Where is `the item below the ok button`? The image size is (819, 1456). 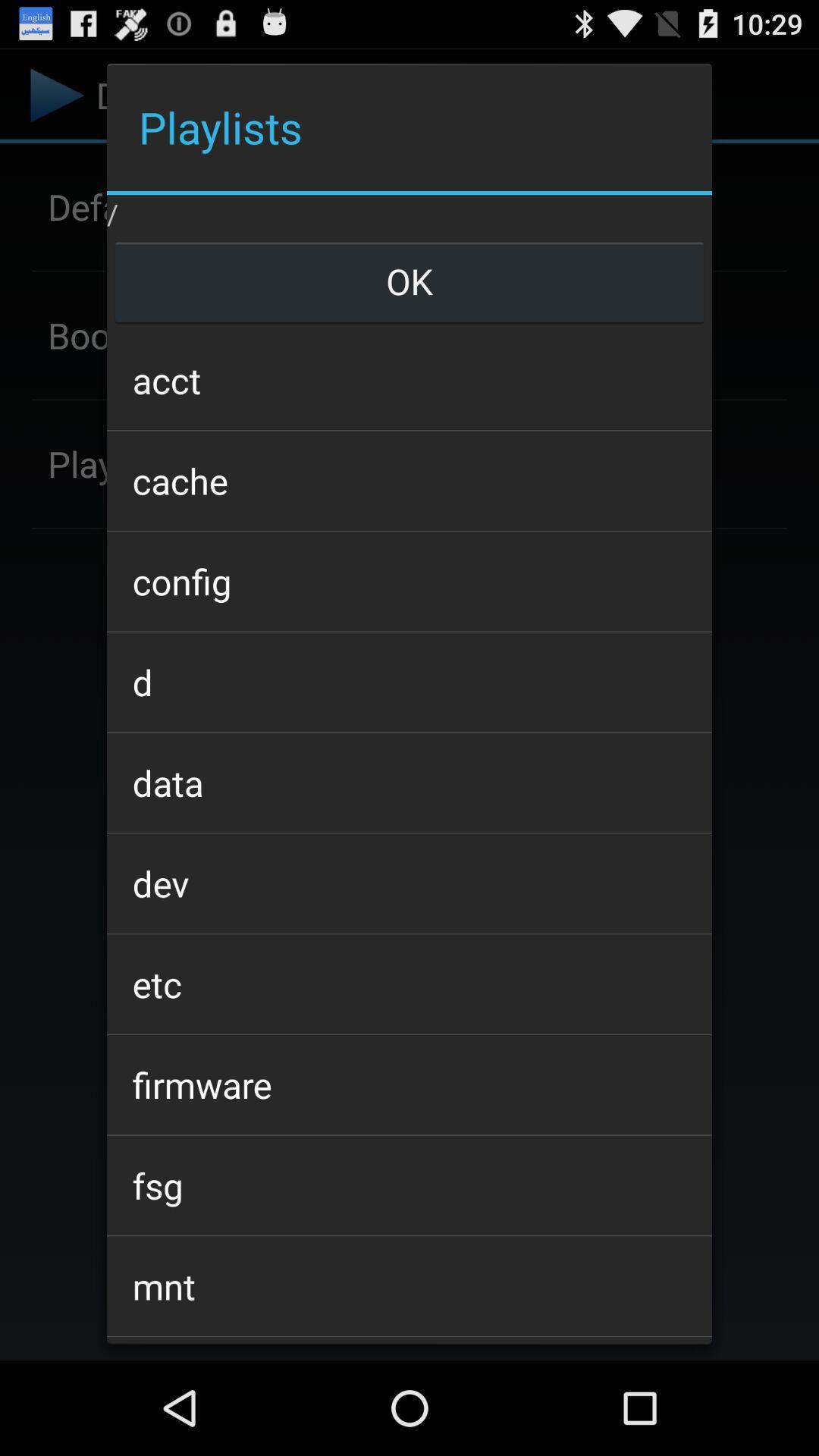 the item below the ok button is located at coordinates (409, 380).